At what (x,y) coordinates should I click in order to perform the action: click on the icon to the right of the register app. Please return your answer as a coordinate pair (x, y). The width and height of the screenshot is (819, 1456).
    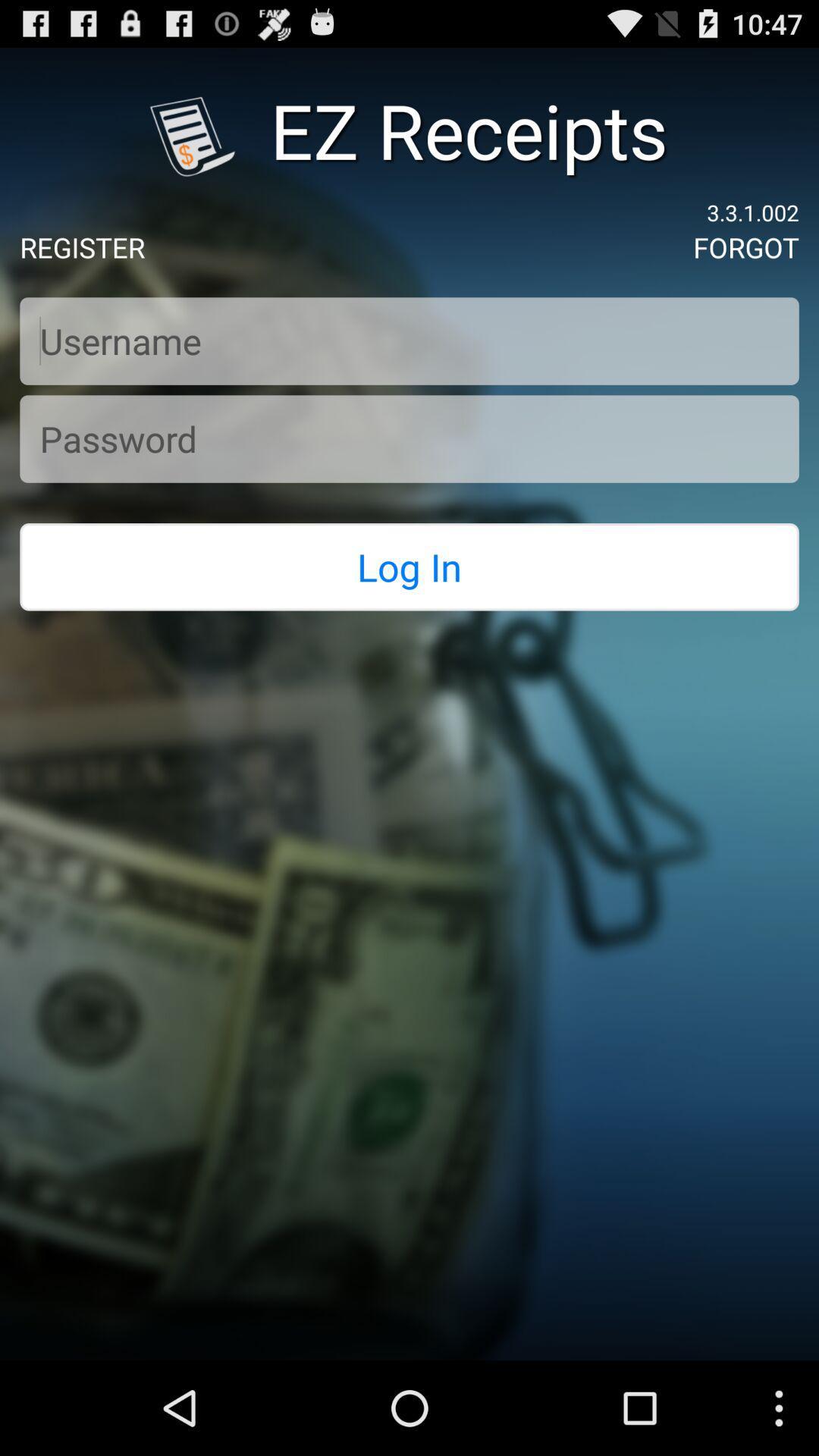
    Looking at the image, I should click on (745, 247).